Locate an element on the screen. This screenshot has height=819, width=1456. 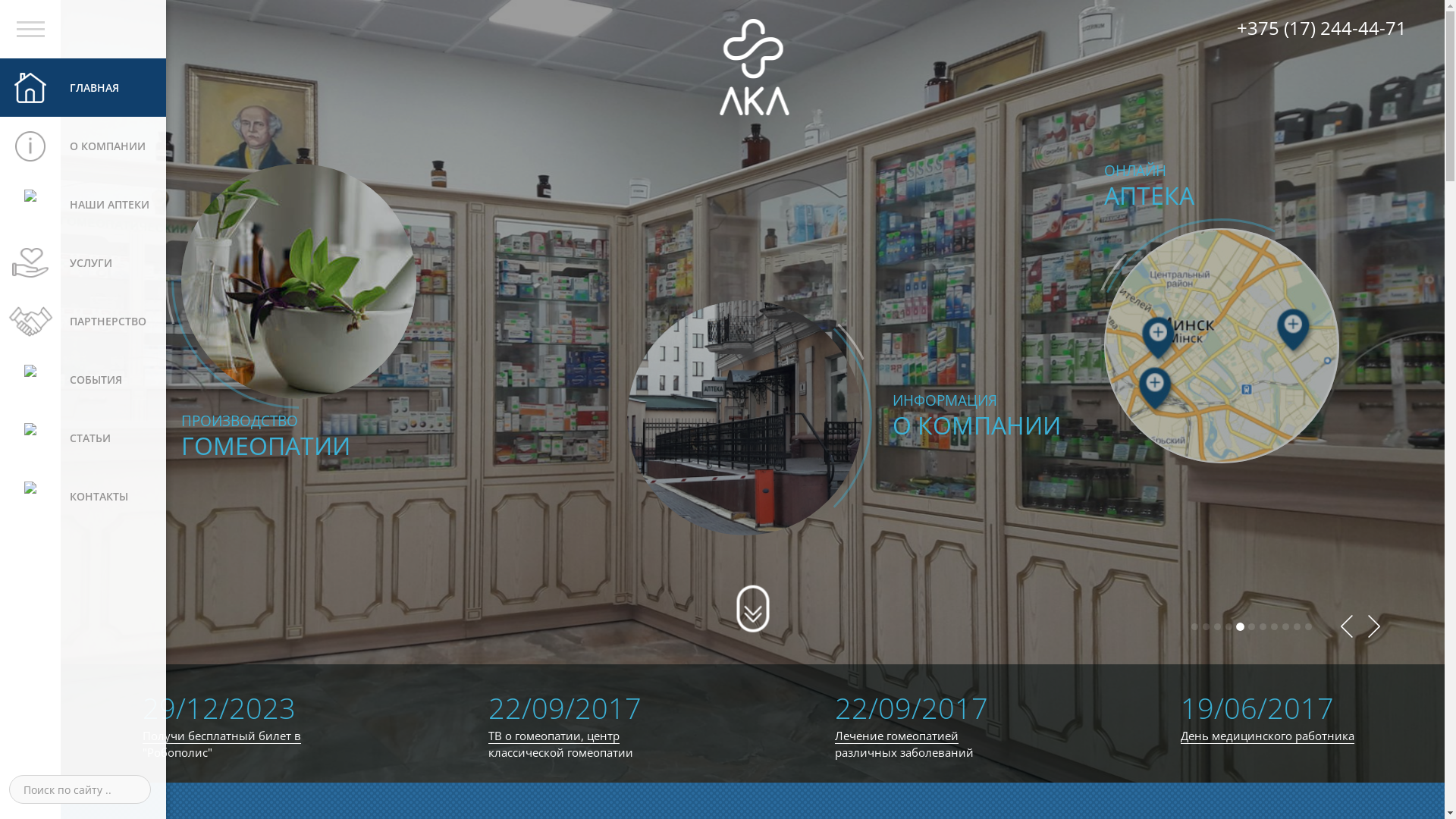
'1' is located at coordinates (1190, 626).